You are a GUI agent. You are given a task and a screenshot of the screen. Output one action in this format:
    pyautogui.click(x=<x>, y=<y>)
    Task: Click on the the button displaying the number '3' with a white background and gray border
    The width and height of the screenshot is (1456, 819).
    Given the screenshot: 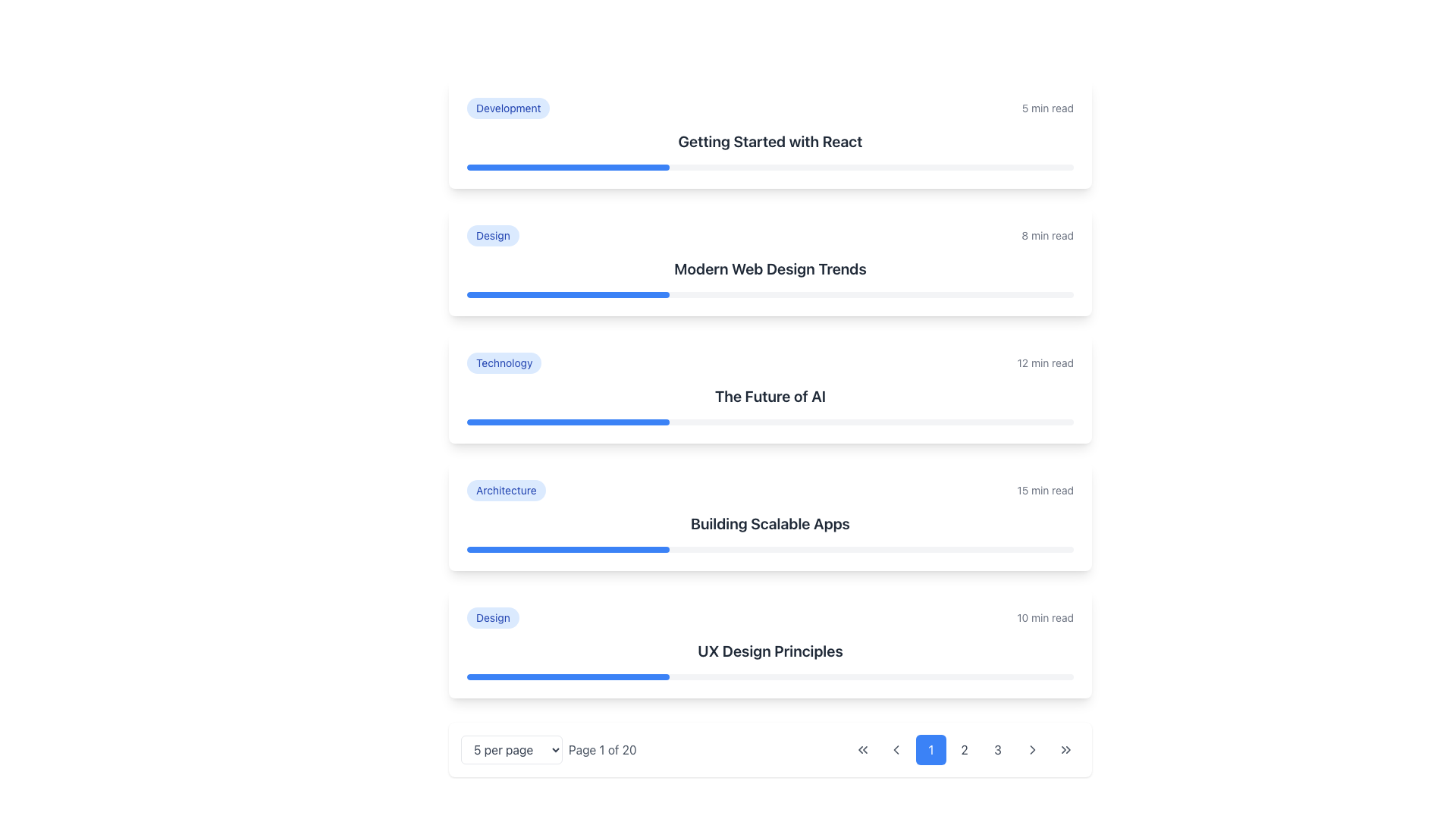 What is the action you would take?
    pyautogui.click(x=997, y=748)
    